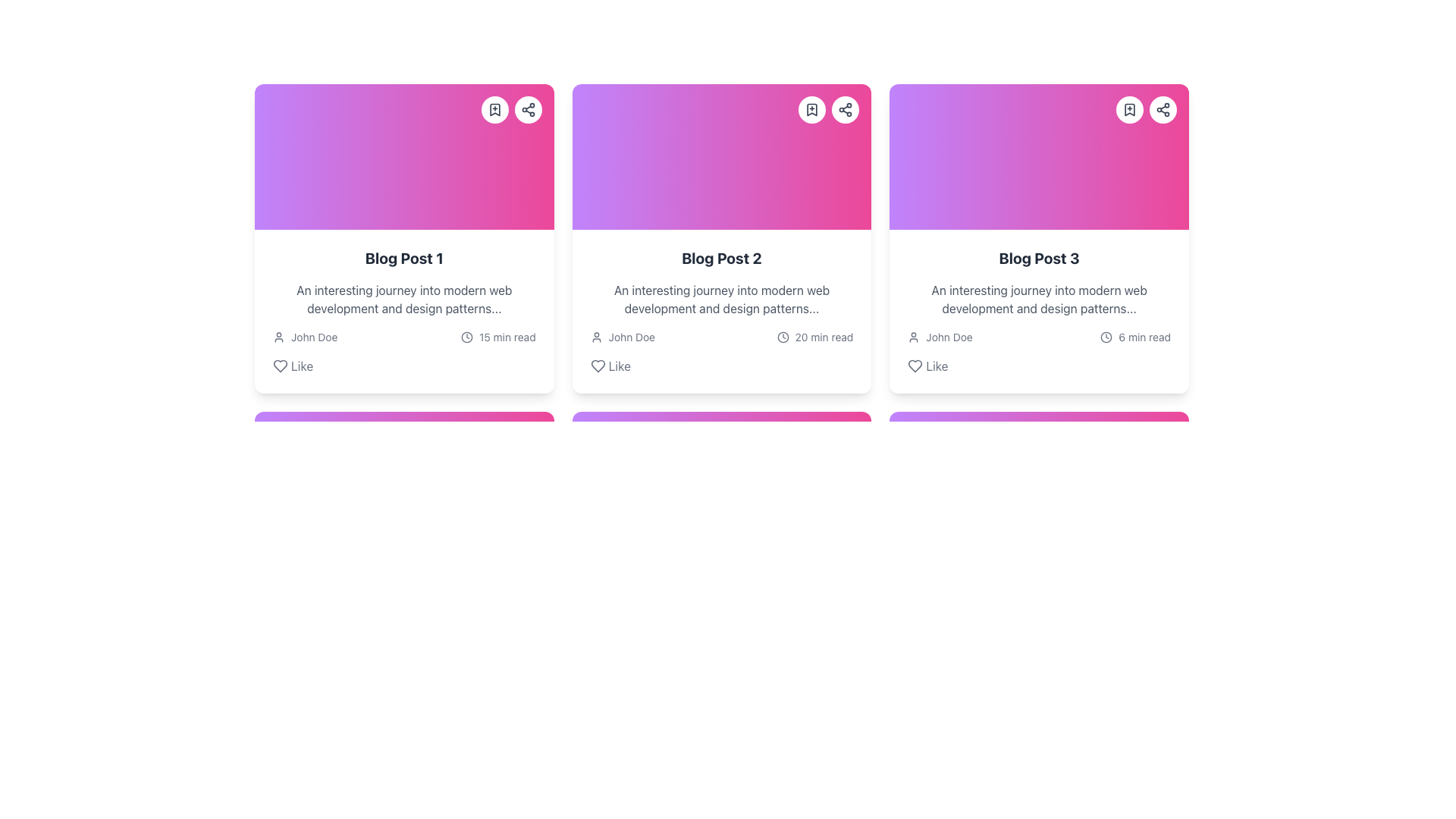  I want to click on the 'like' button located at the bottom left corner of the content card titled 'Blog Post 3' to express appreciation for the post, so click(927, 366).